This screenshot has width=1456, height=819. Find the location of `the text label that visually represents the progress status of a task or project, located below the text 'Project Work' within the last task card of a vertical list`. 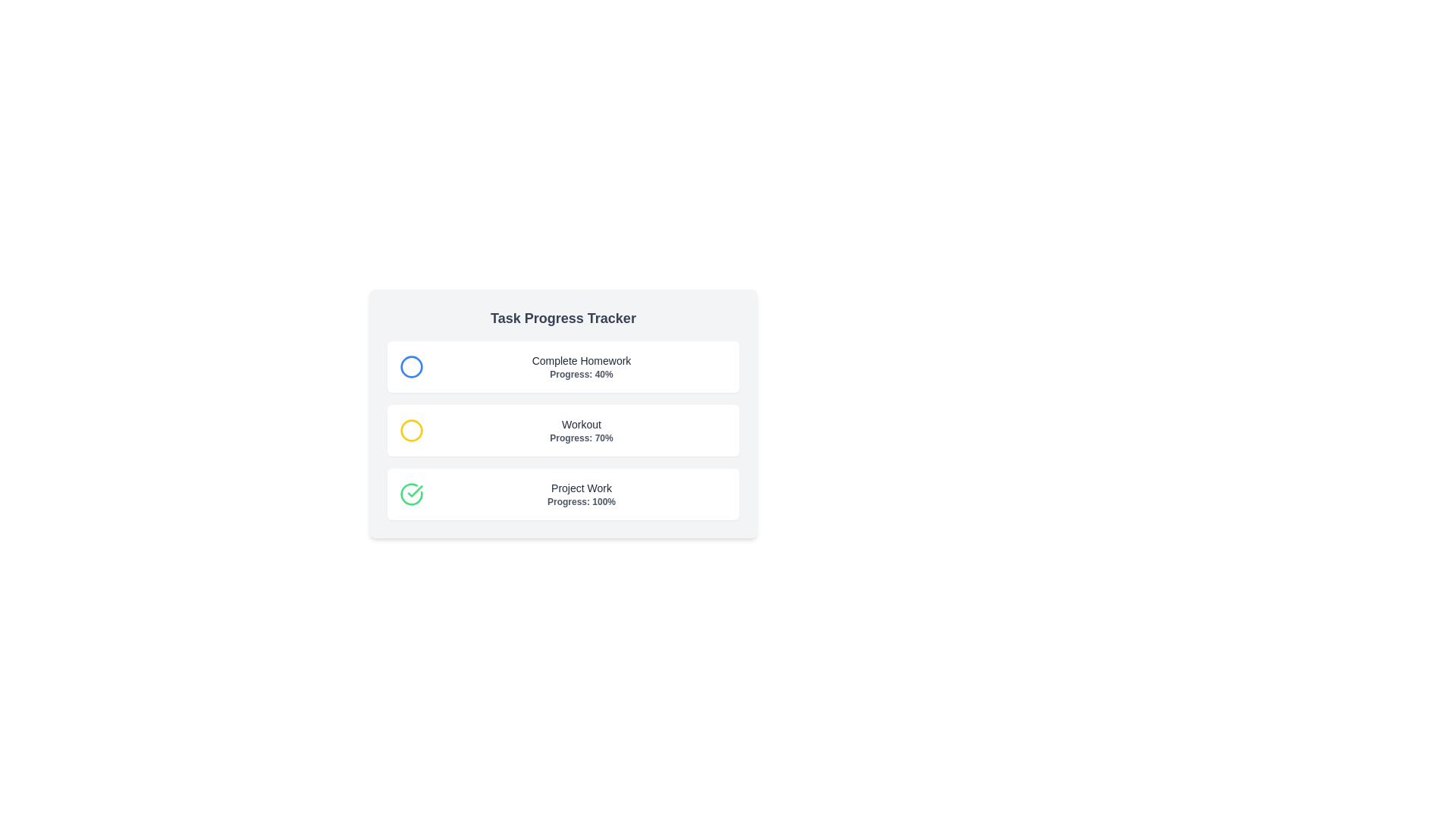

the text label that visually represents the progress status of a task or project, located below the text 'Project Work' within the last task card of a vertical list is located at coordinates (581, 502).